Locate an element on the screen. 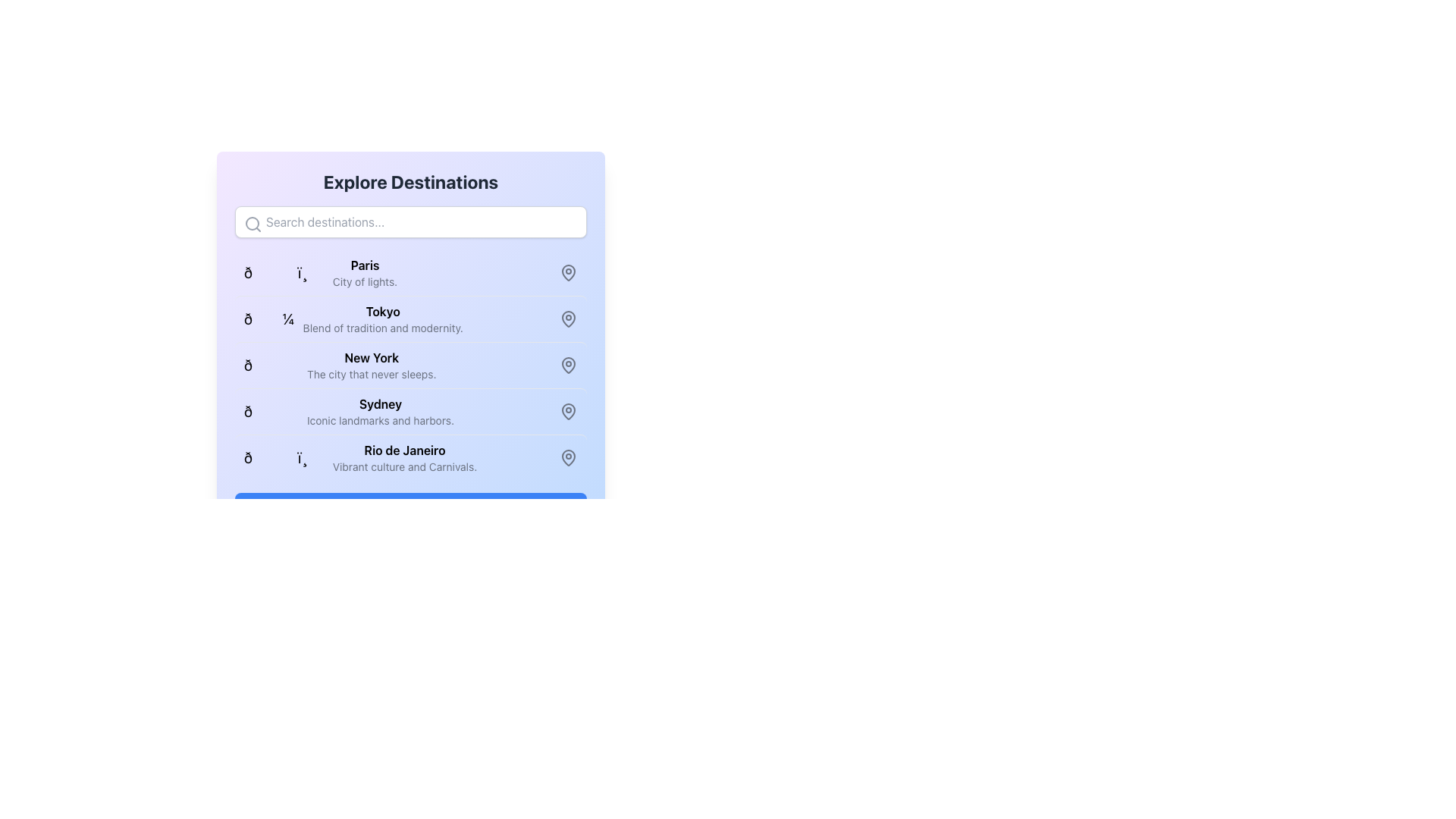 The width and height of the screenshot is (1456, 819). the informational text block that describes the destination 'Paris', located in the second row of the destination list is located at coordinates (365, 271).